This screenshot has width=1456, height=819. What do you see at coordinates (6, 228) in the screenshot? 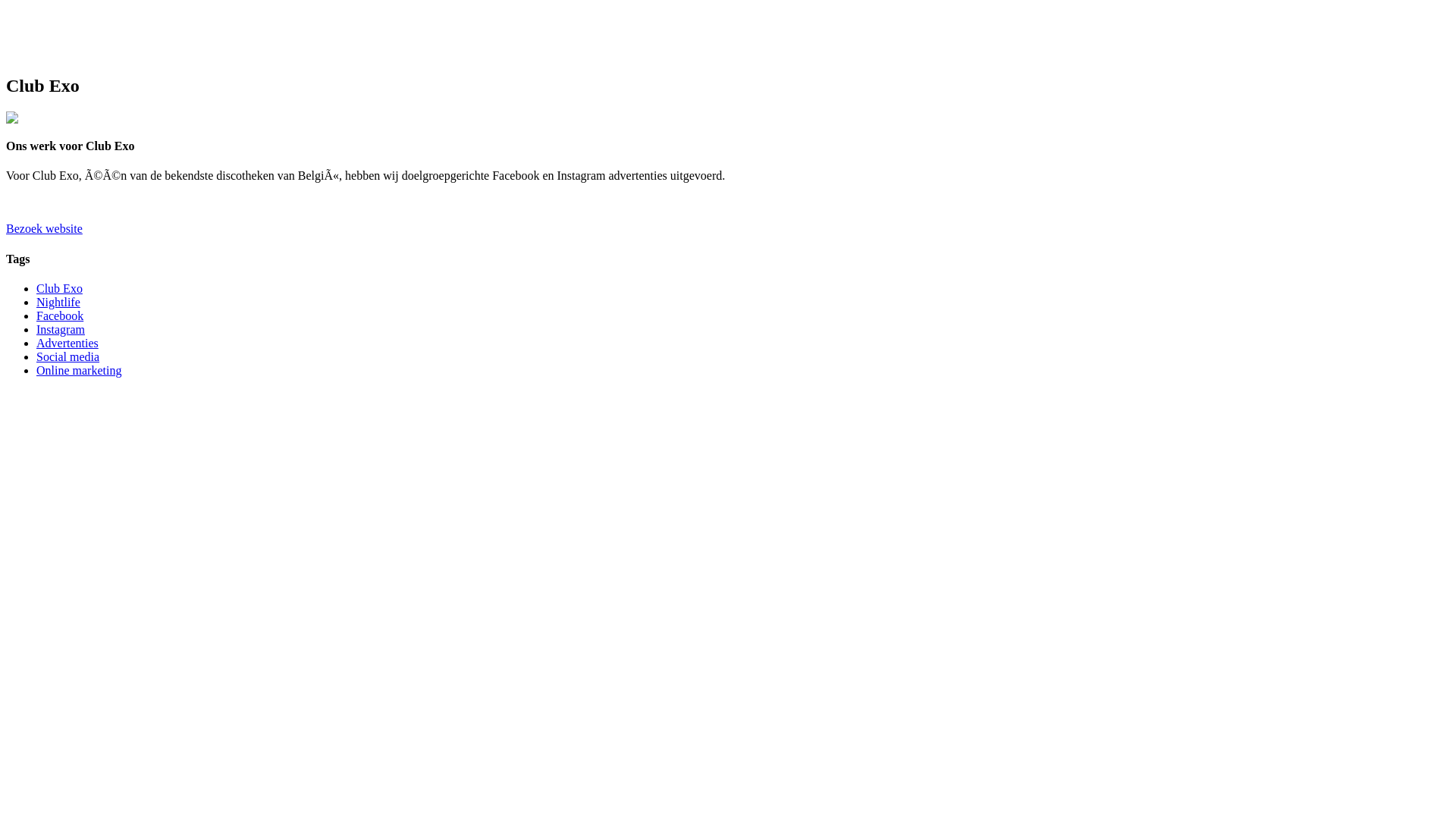
I see `'Bezoek website'` at bounding box center [6, 228].